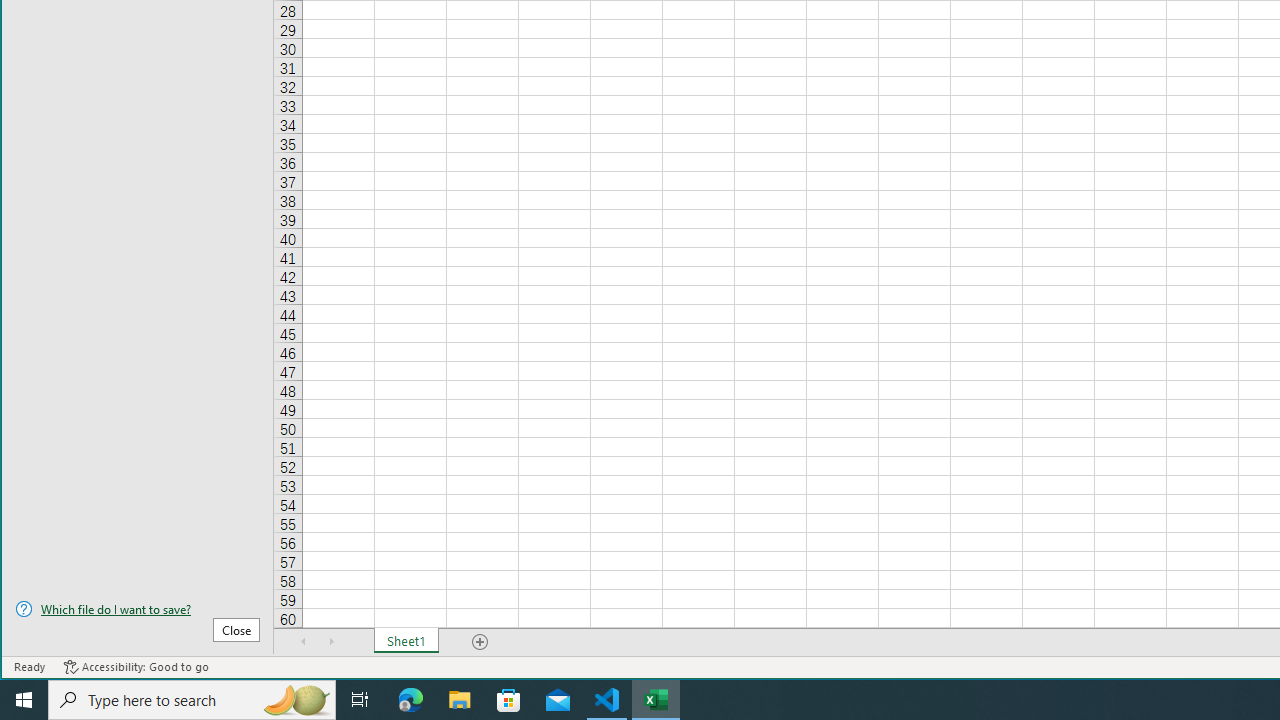 The image size is (1280, 720). I want to click on 'Start', so click(24, 698).